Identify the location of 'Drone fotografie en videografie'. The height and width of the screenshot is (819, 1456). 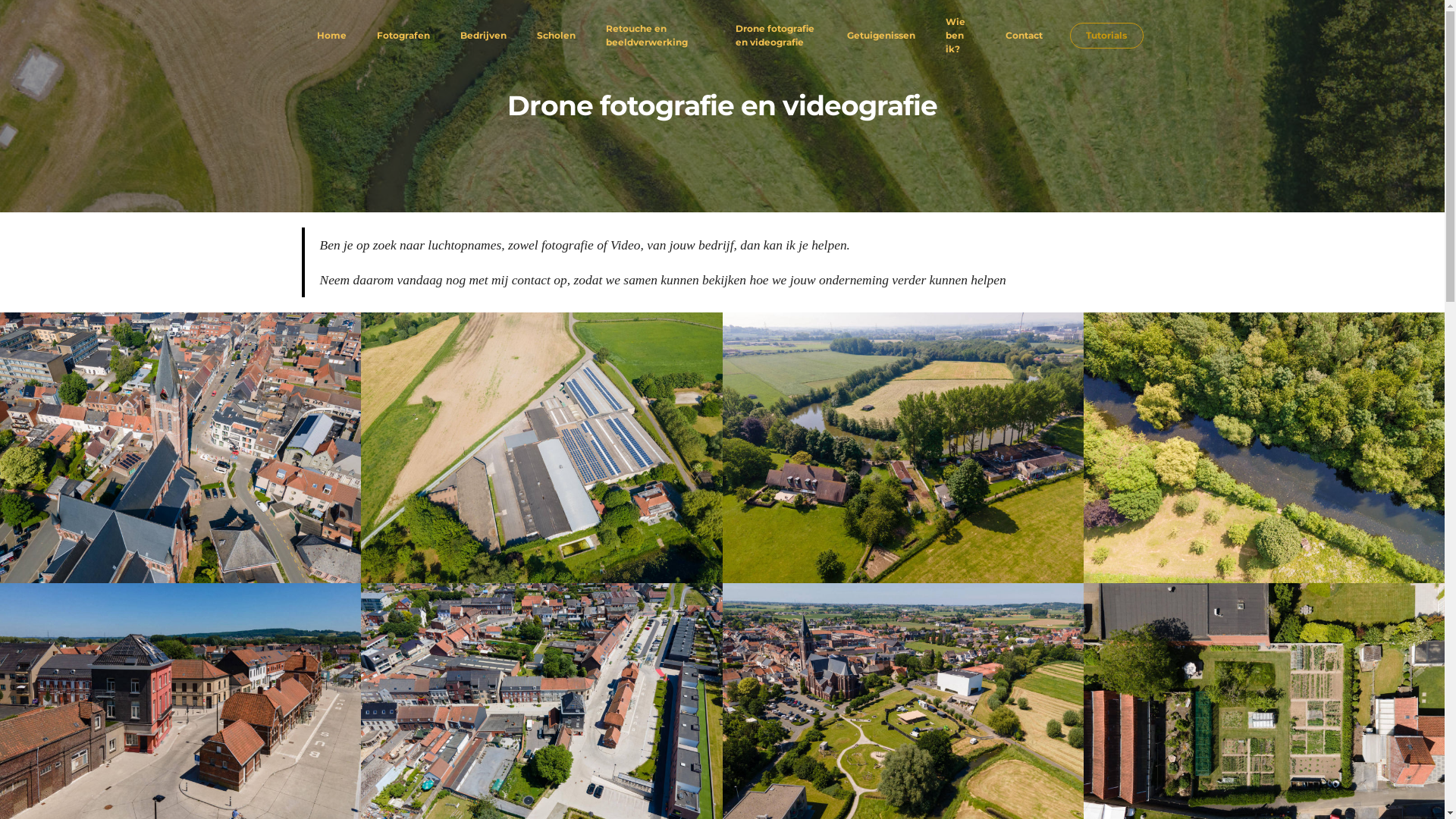
(776, 34).